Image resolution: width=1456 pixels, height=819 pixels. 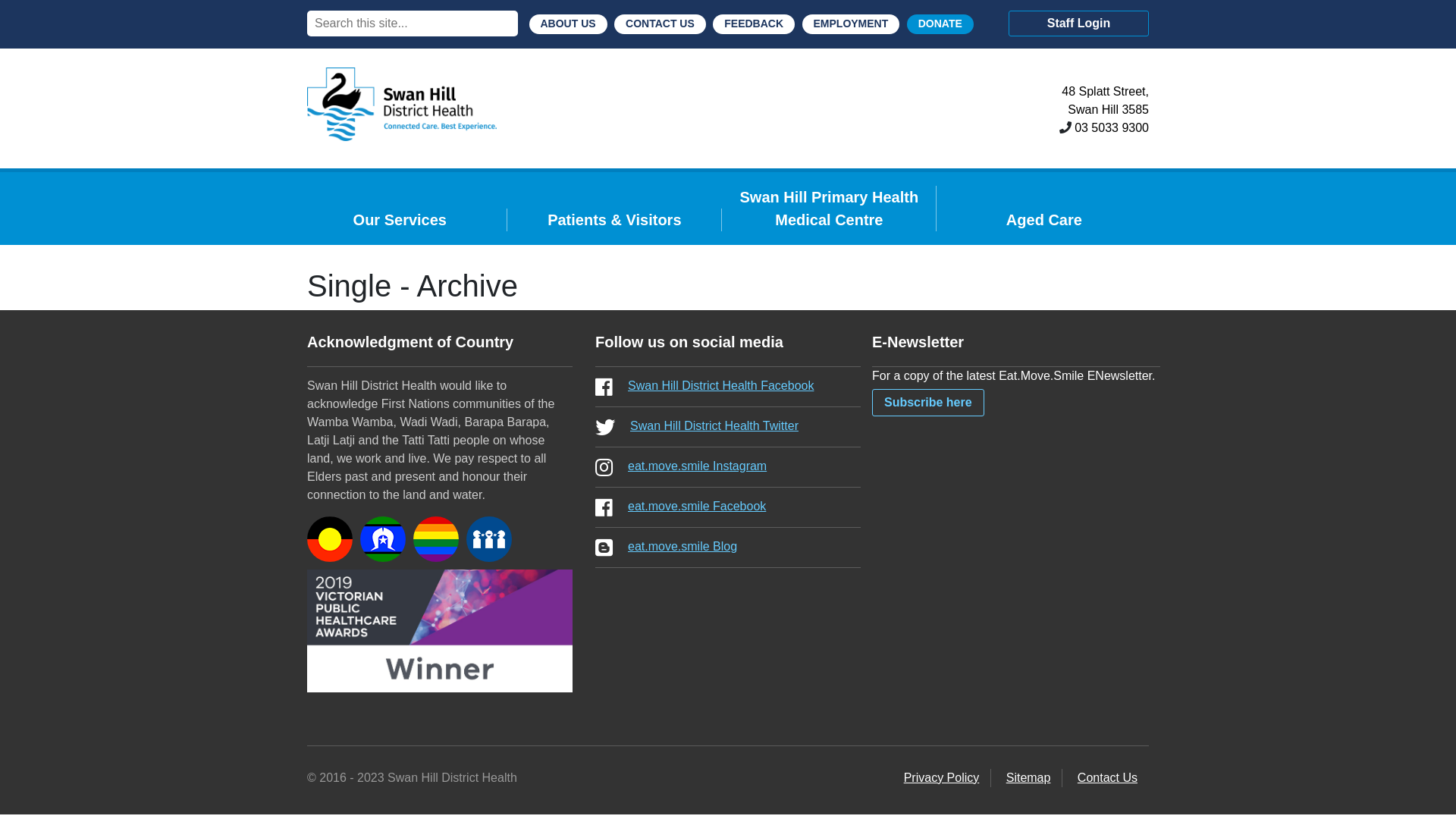 What do you see at coordinates (400, 219) in the screenshot?
I see `'Our Services'` at bounding box center [400, 219].